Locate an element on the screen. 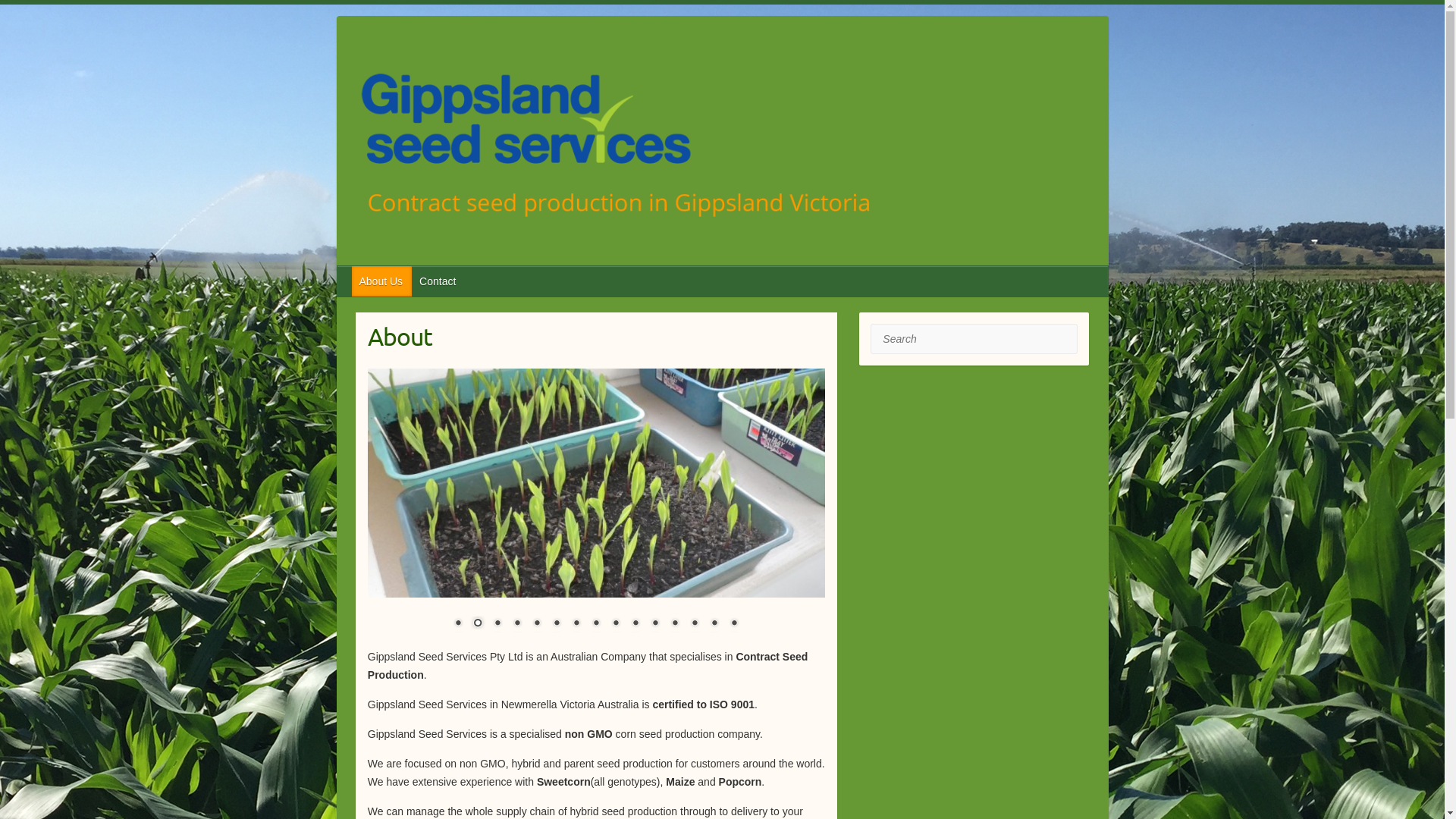  '5' is located at coordinates (537, 623).